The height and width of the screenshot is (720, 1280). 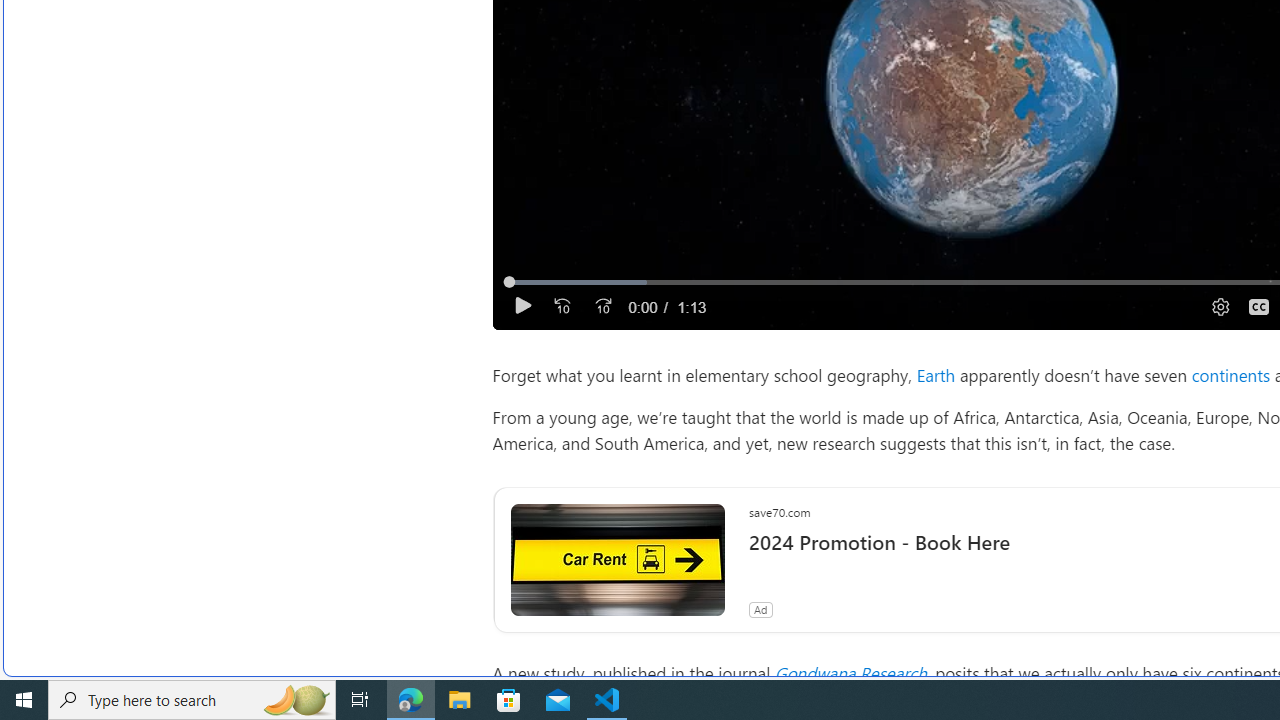 What do you see at coordinates (522, 306) in the screenshot?
I see `'Play'` at bounding box center [522, 306].